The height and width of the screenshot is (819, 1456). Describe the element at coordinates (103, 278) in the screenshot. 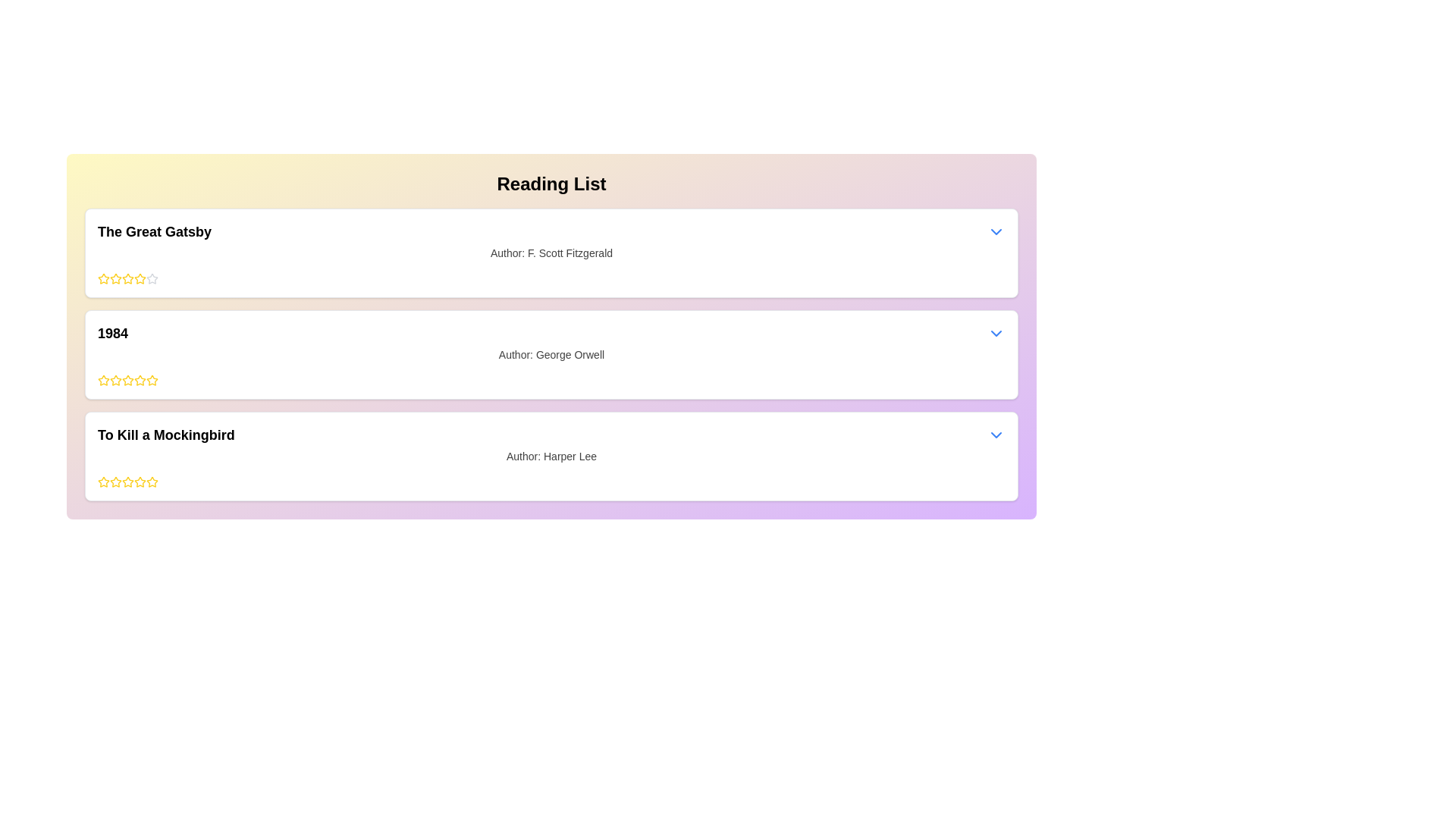

I see `the first star-shaped icon with a yellow border in the rating section of 'The Great Gatsby'` at that location.